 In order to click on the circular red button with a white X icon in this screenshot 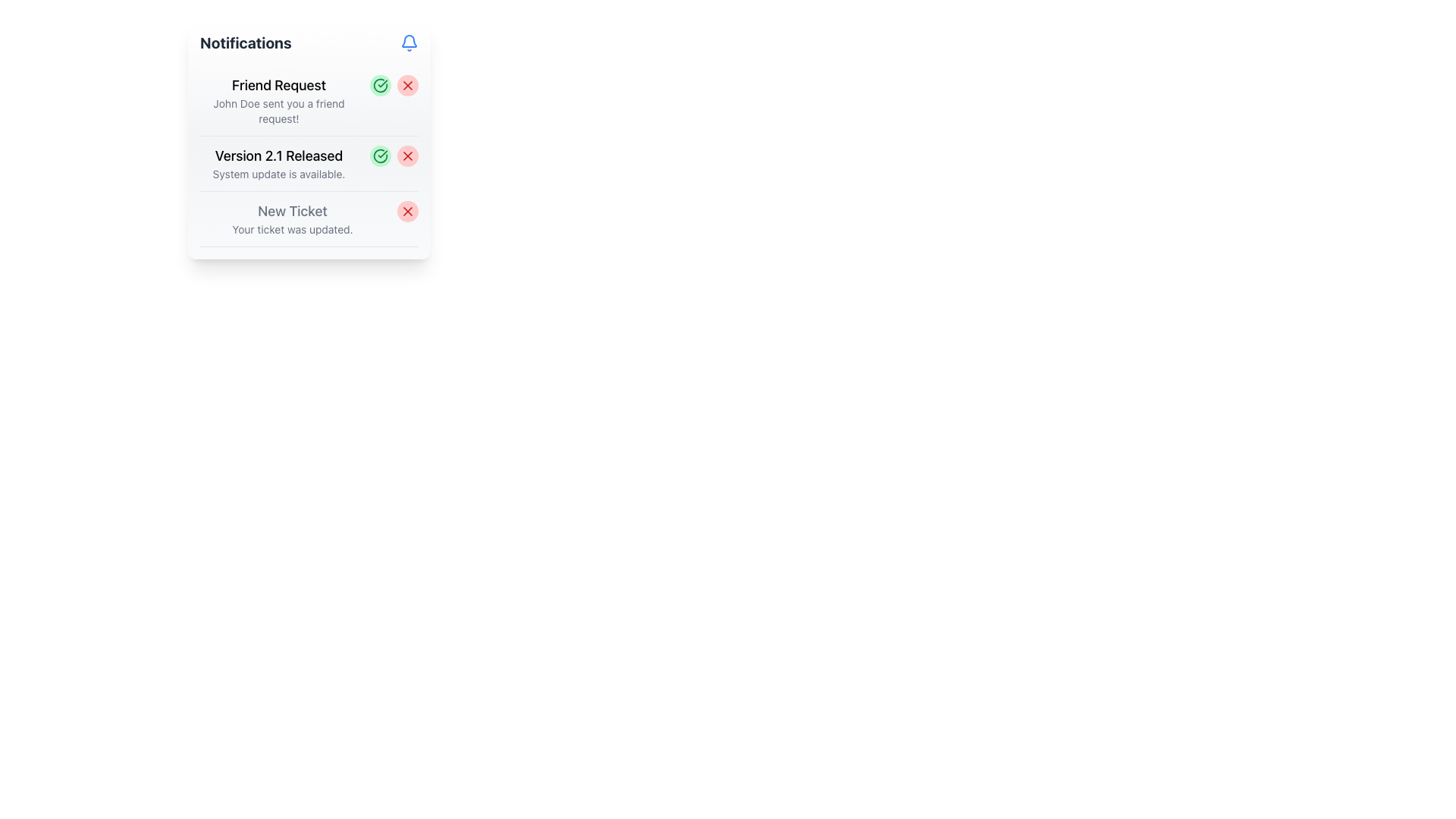, I will do `click(407, 211)`.